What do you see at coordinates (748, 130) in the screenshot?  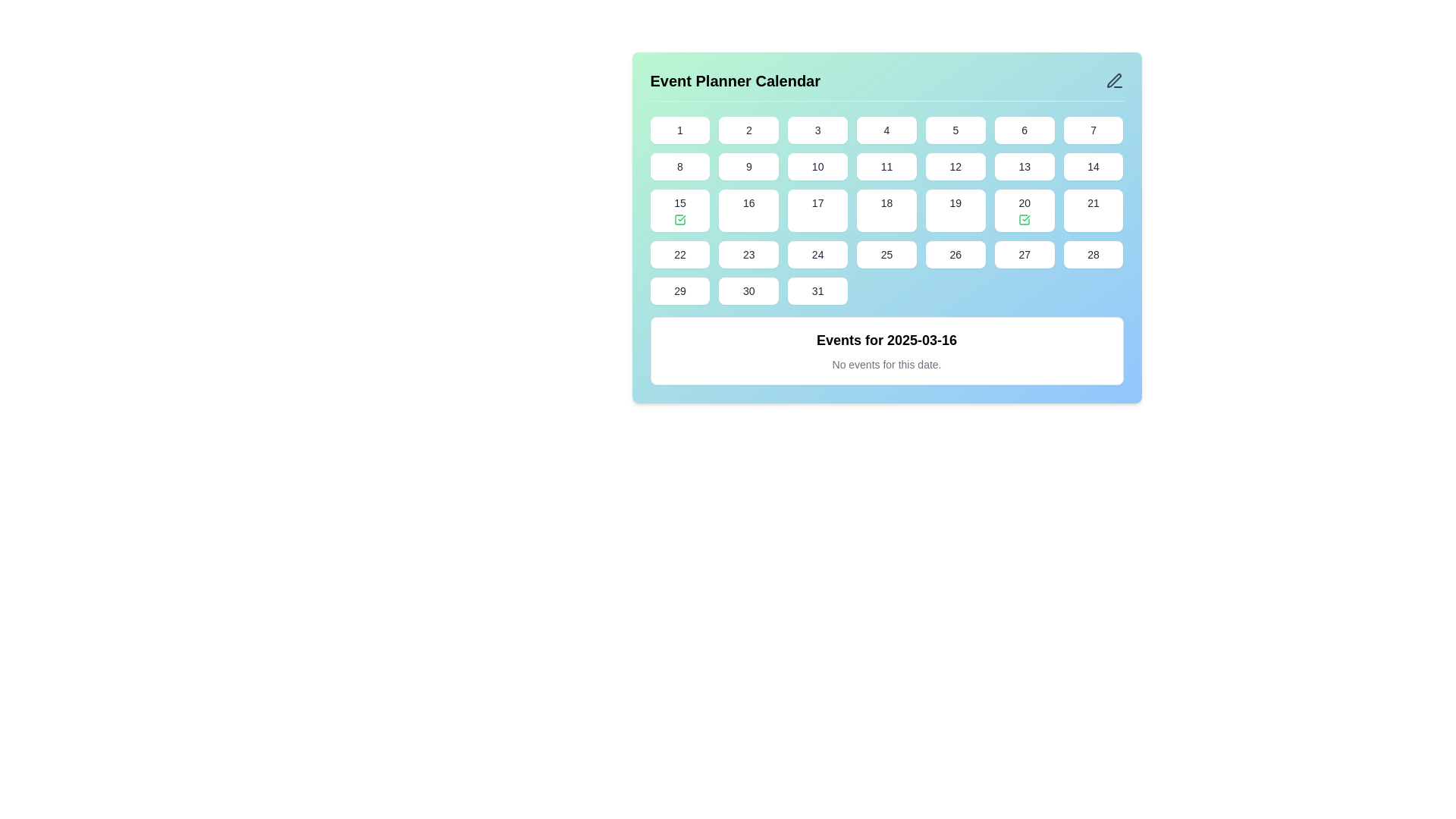 I see `the button-like box containing the number '2'` at bounding box center [748, 130].